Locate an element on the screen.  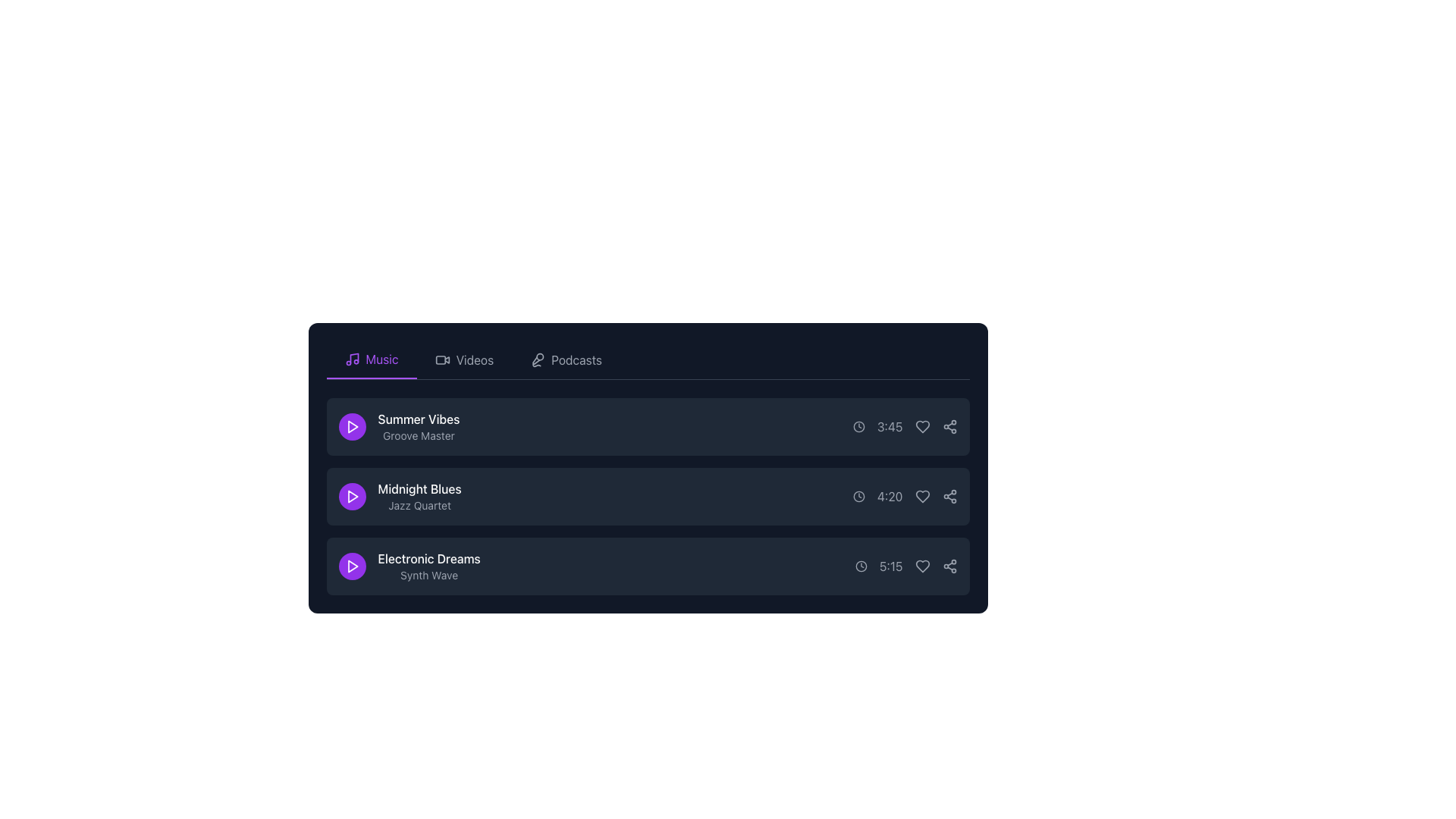
the 'like' button icon in the 'Electronic Dreams' music track row is located at coordinates (921, 566).